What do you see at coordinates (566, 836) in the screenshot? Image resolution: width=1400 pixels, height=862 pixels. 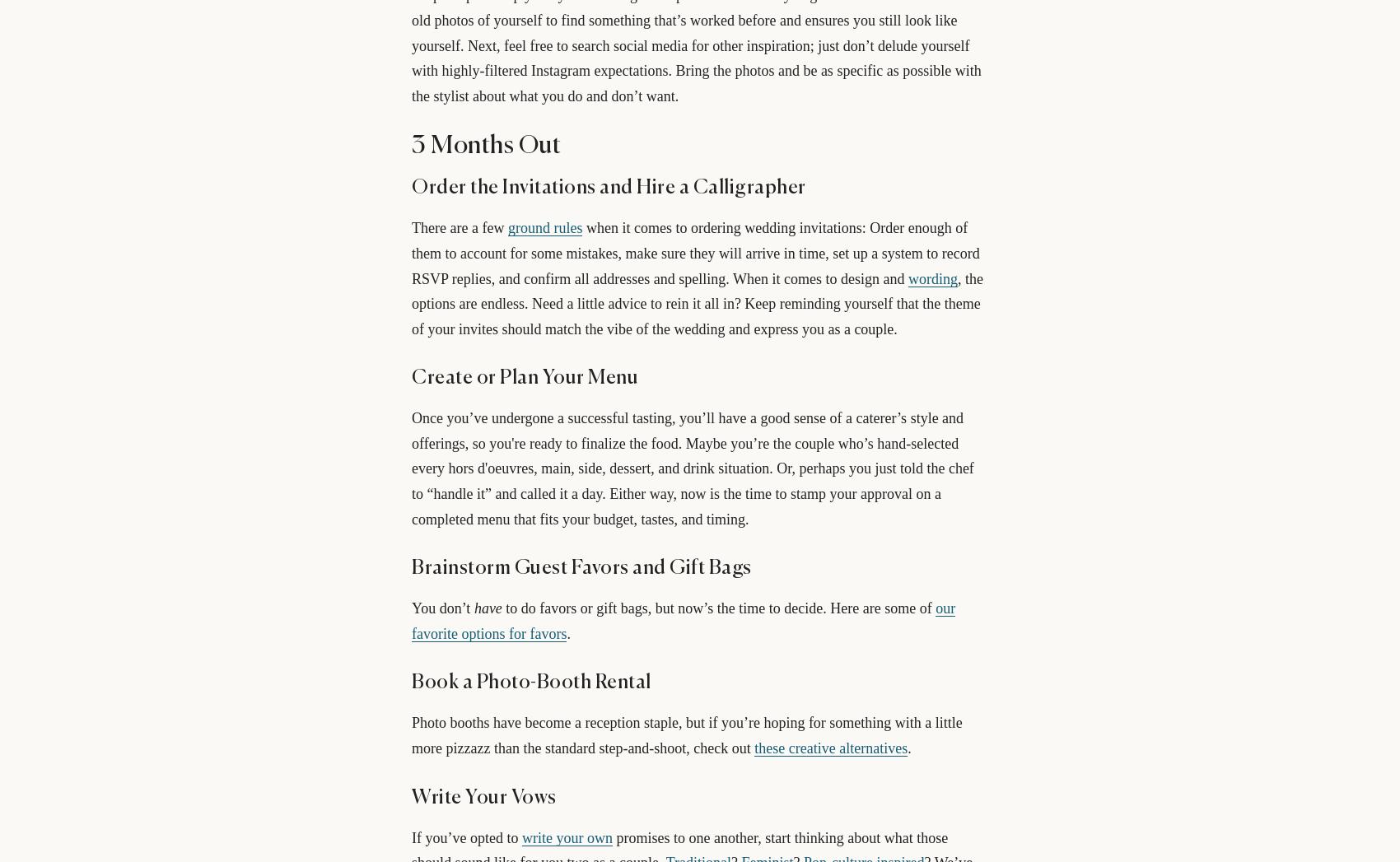 I see `'write your own'` at bounding box center [566, 836].